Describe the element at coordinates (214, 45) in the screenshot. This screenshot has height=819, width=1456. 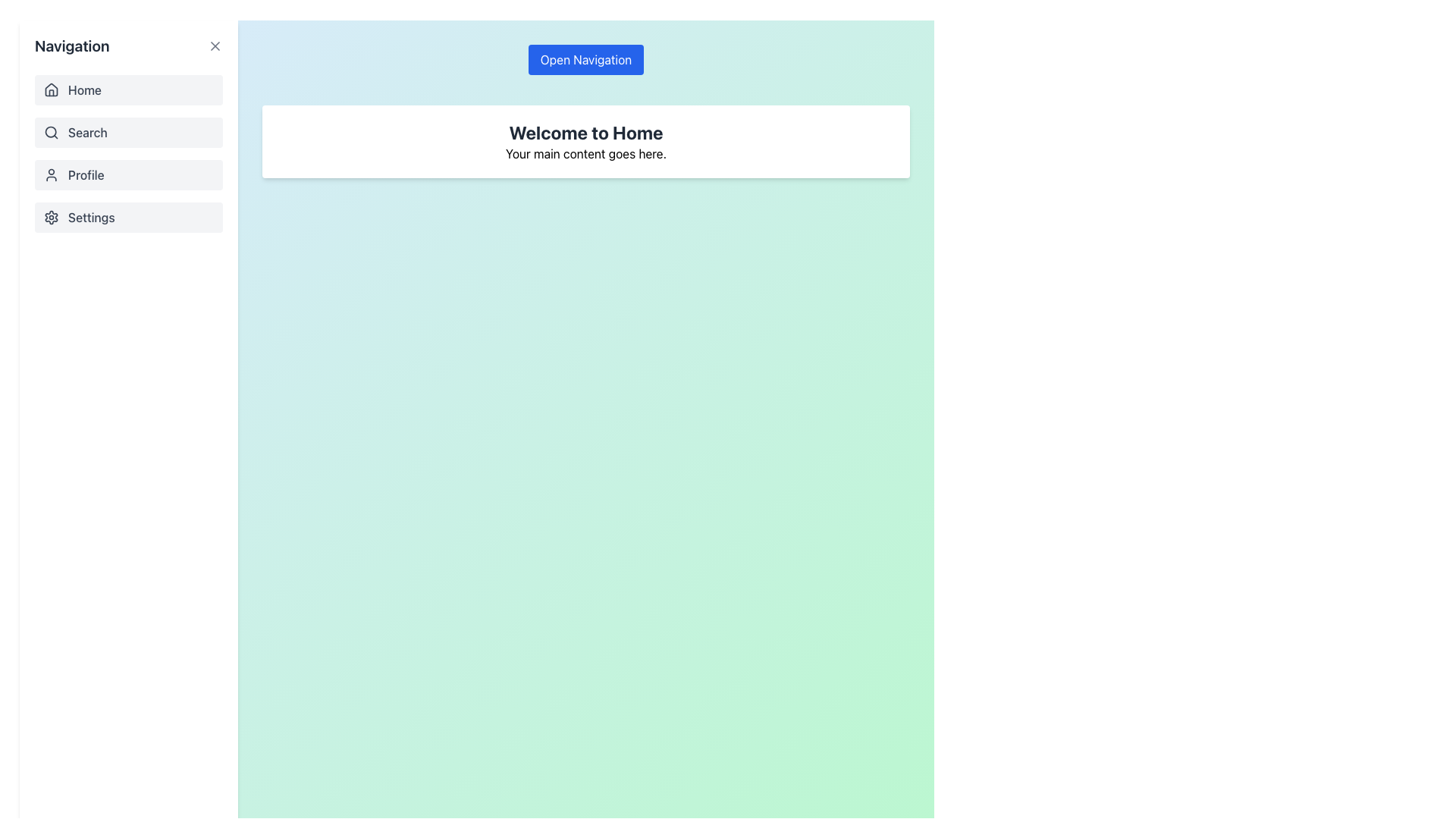
I see `the icon with a diagonal cross pattern located in the sidebar navigation area near the top-right corner, to the right of the 'Navigation' text` at that location.